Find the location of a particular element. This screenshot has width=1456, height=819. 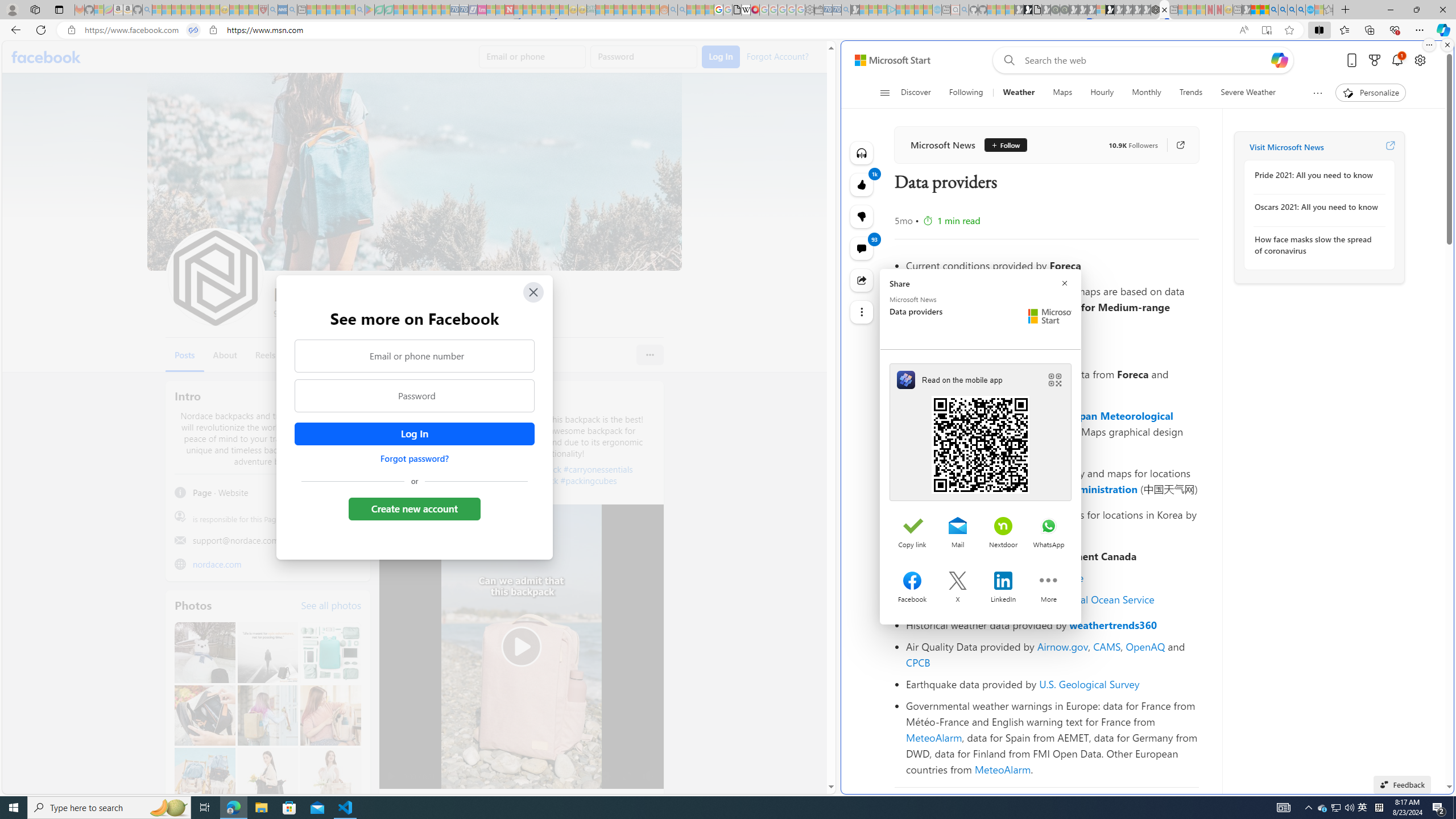

'U.S. Geological Survey' is located at coordinates (1089, 684).